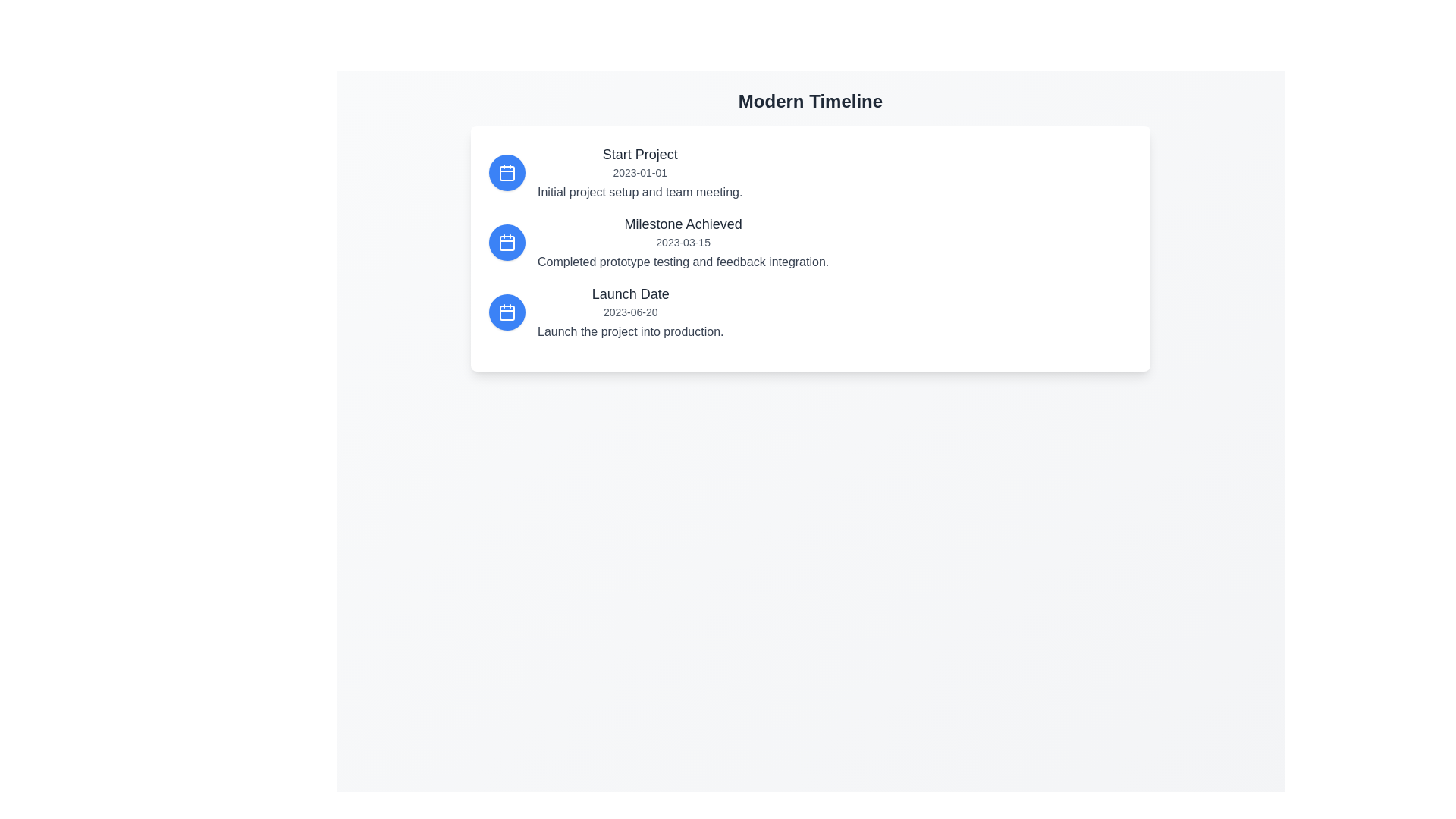 The image size is (1456, 819). I want to click on the 'Launch Date' text label element, which is styled in dark gray and serves as a title within the timeline interface, so click(630, 294).